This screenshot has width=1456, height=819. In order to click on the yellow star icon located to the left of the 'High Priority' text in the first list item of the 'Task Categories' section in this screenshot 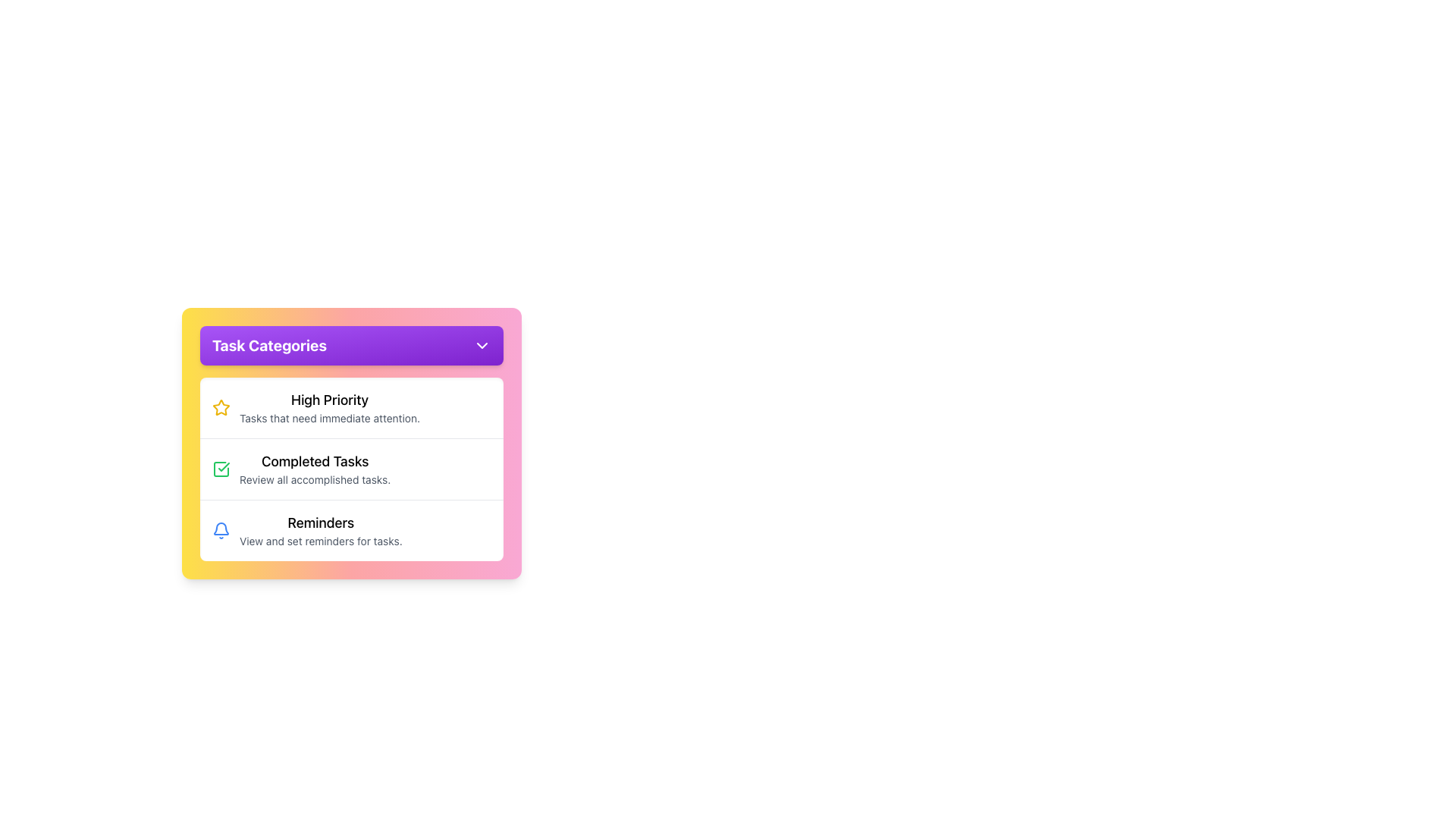, I will do `click(221, 406)`.